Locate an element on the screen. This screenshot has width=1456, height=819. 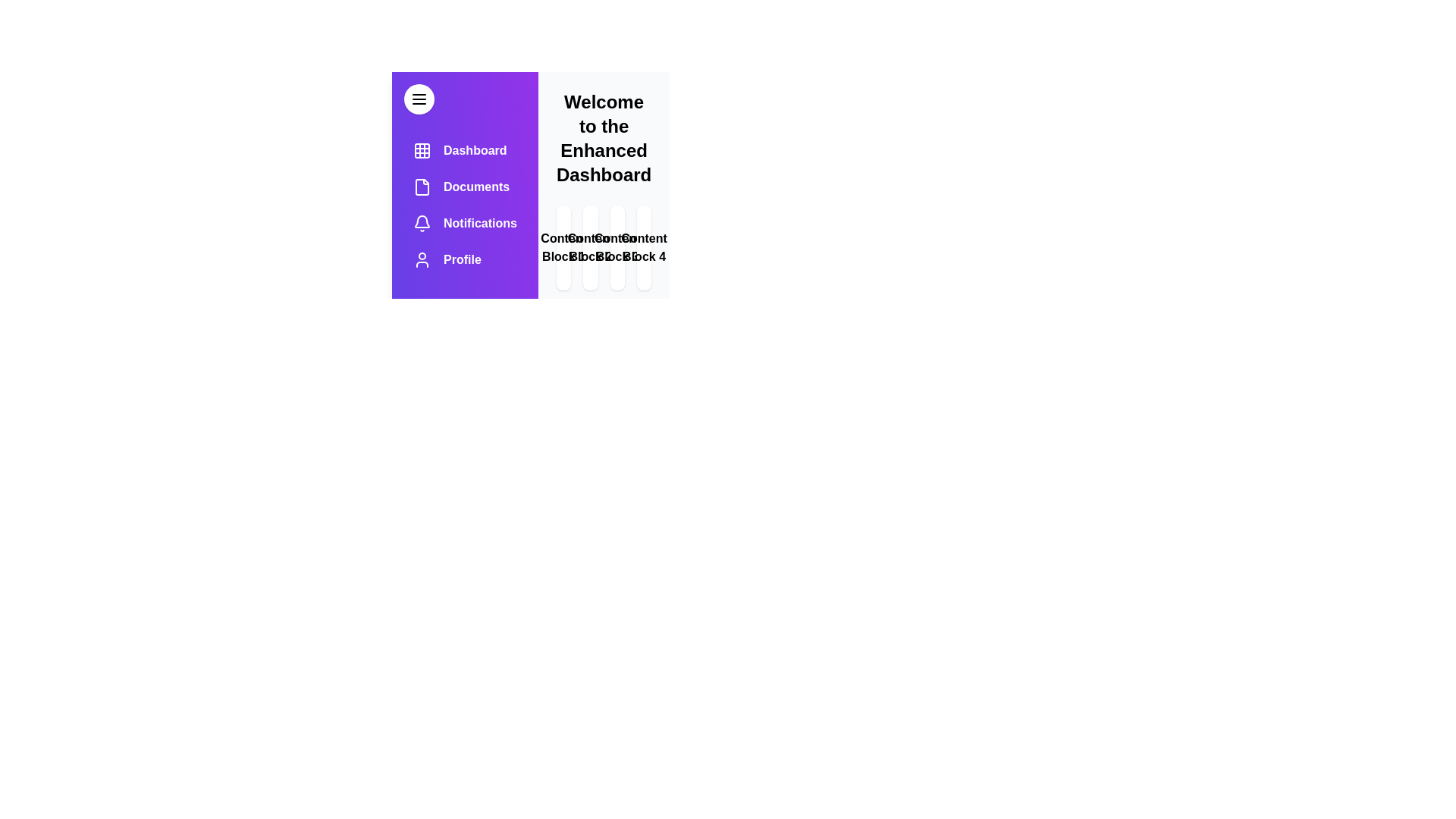
the menu item Dashboard from the drawer is located at coordinates (464, 151).